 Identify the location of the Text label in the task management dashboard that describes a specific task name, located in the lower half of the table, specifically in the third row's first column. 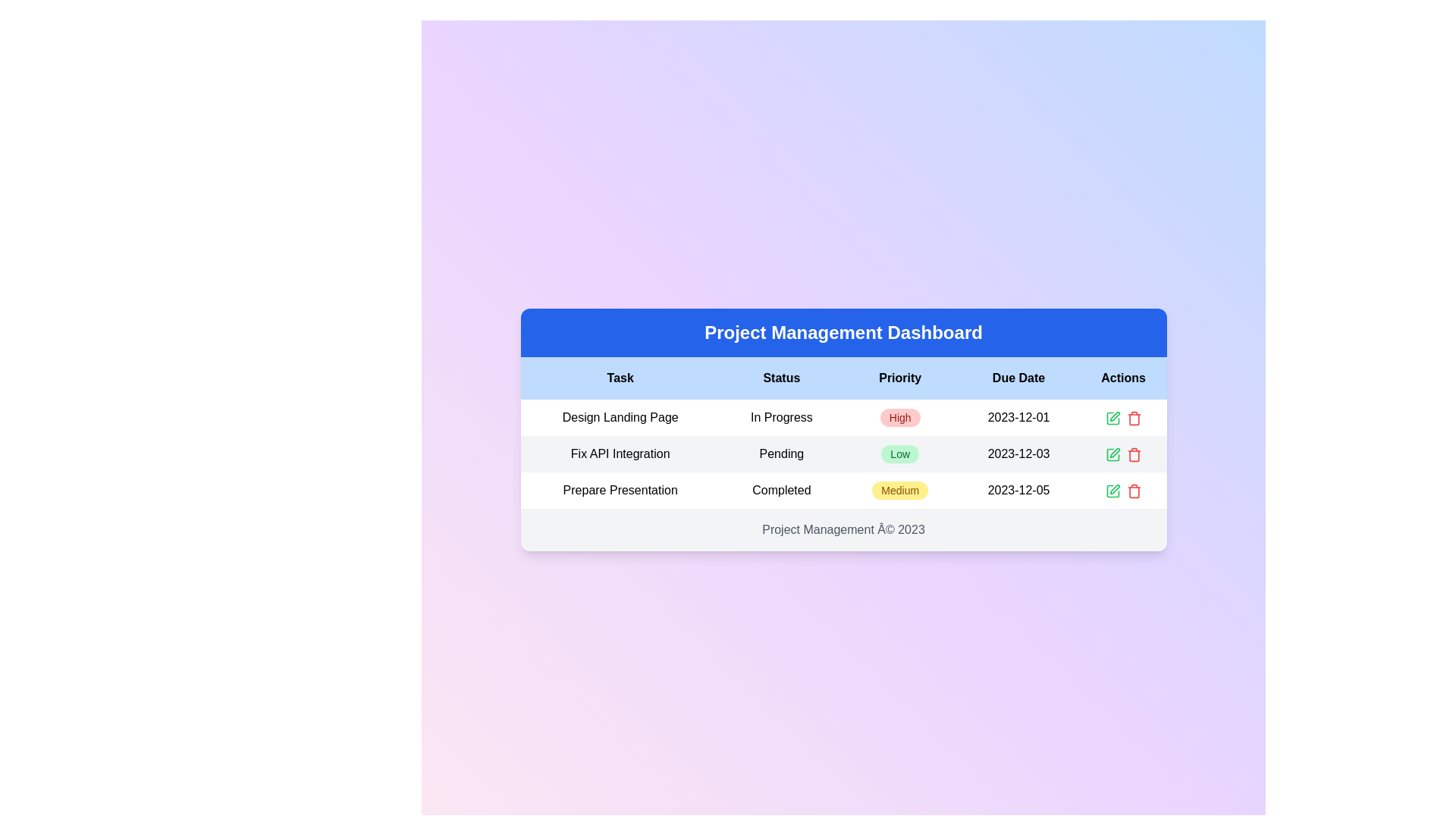
(620, 491).